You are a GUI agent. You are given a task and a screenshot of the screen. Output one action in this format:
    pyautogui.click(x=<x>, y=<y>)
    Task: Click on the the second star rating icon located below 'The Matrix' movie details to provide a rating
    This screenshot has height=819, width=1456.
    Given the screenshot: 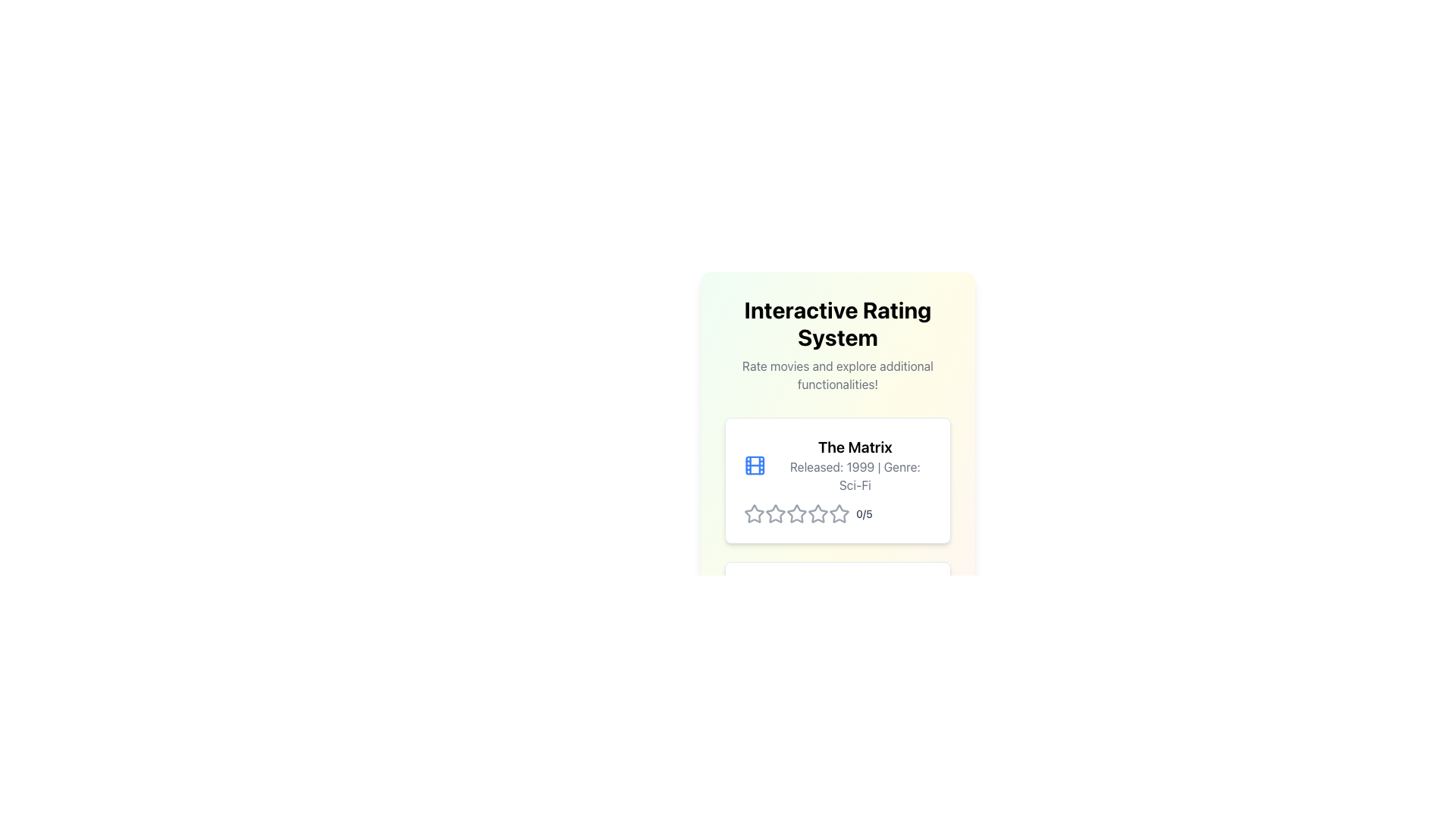 What is the action you would take?
    pyautogui.click(x=796, y=513)
    